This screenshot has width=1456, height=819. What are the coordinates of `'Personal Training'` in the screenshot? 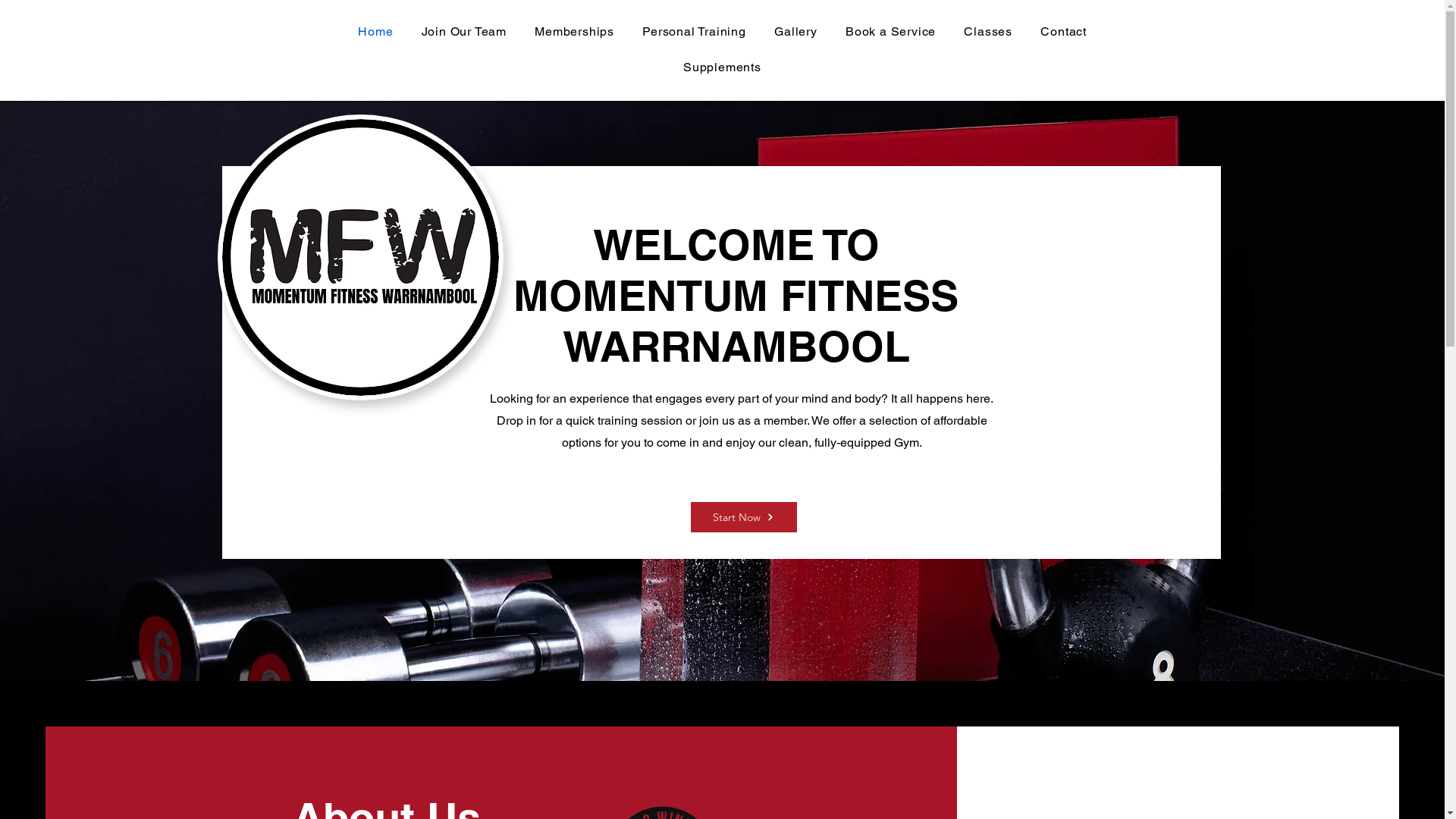 It's located at (694, 31).